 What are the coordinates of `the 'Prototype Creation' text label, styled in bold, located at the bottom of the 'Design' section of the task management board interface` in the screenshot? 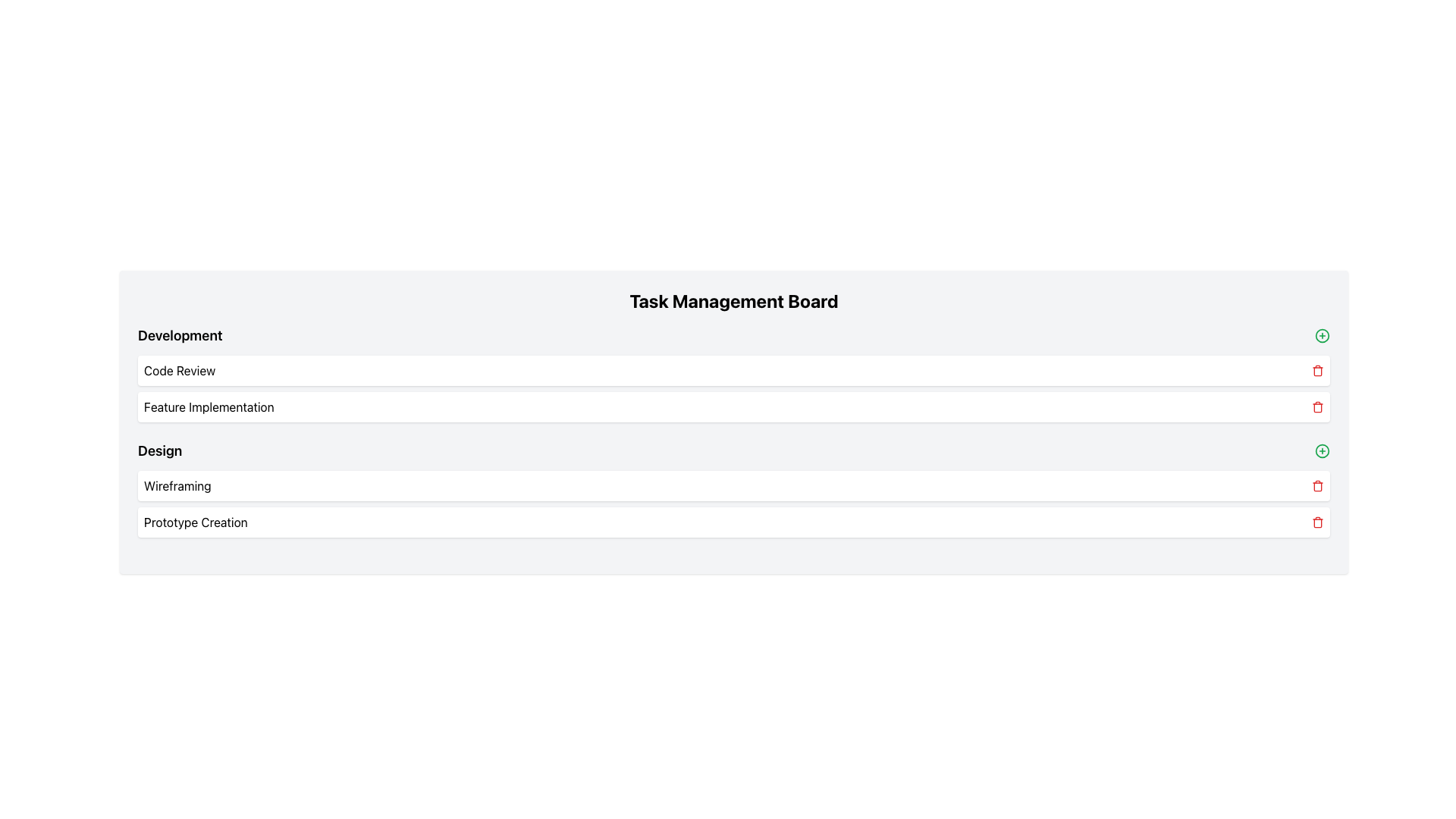 It's located at (195, 522).